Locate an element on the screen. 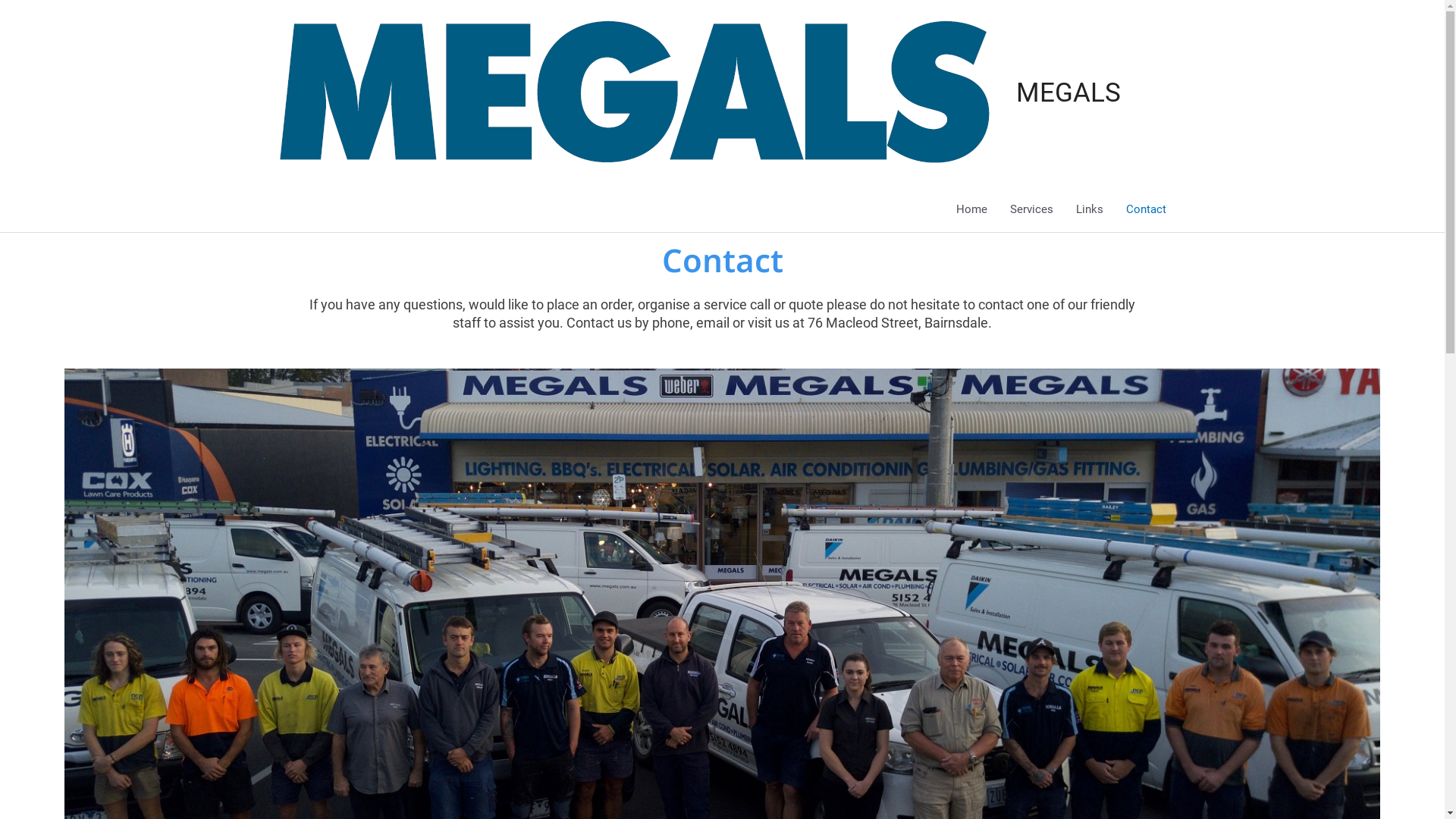 This screenshot has height=819, width=1456. 'Home' is located at coordinates (944, 209).